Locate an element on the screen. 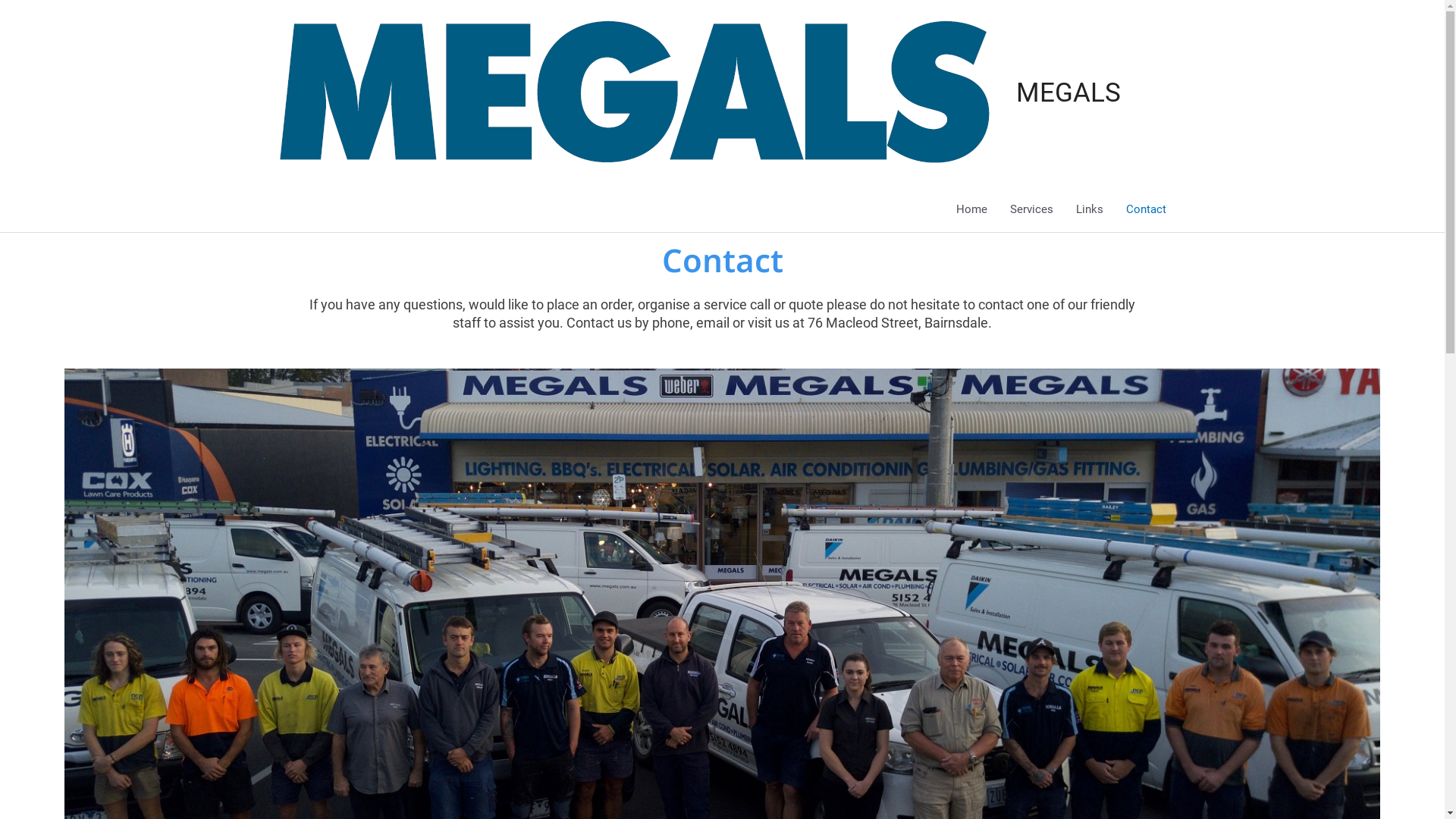 This screenshot has height=819, width=1456. 'Home' is located at coordinates (944, 209).